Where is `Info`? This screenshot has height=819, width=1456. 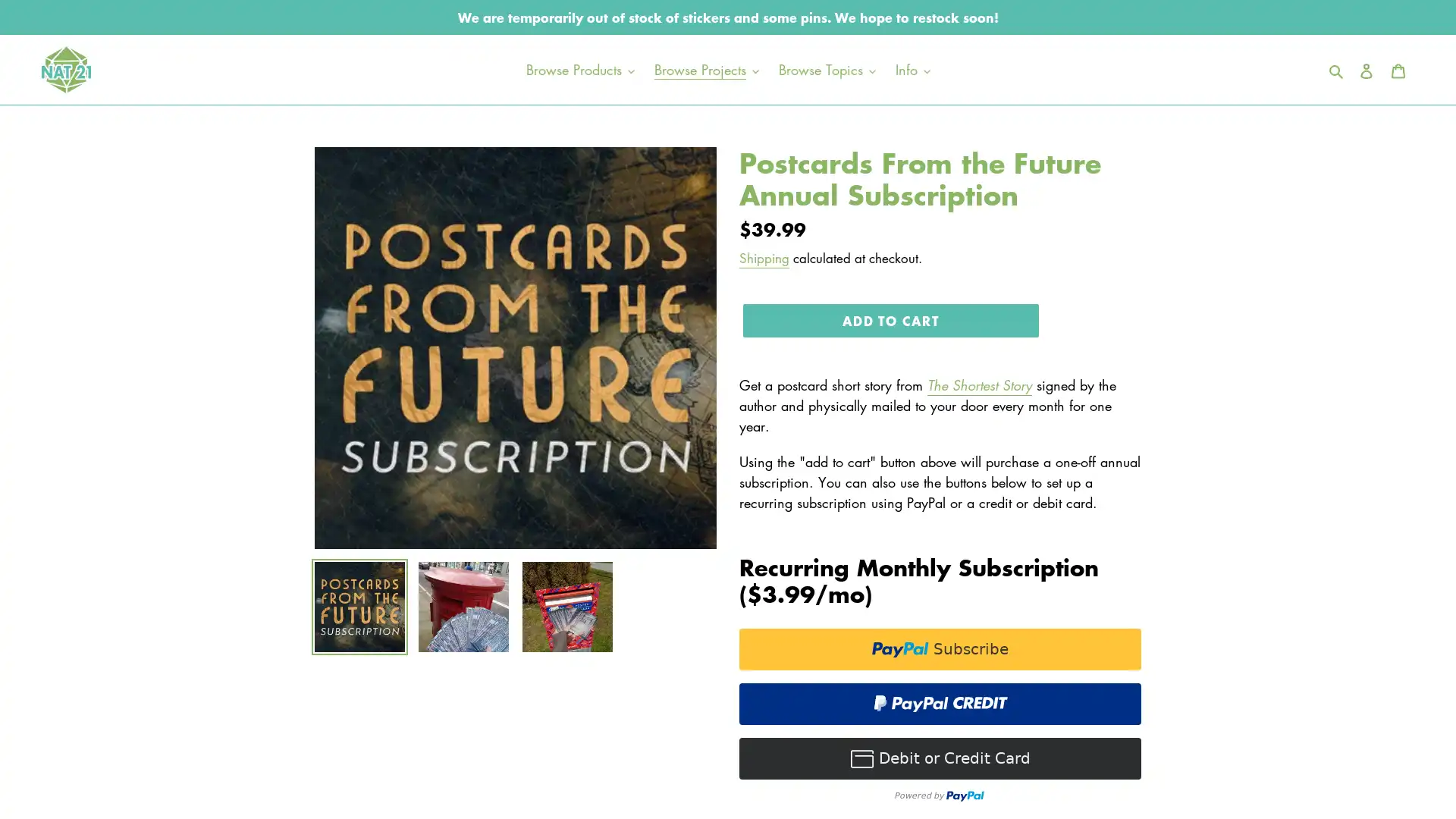 Info is located at coordinates (912, 69).